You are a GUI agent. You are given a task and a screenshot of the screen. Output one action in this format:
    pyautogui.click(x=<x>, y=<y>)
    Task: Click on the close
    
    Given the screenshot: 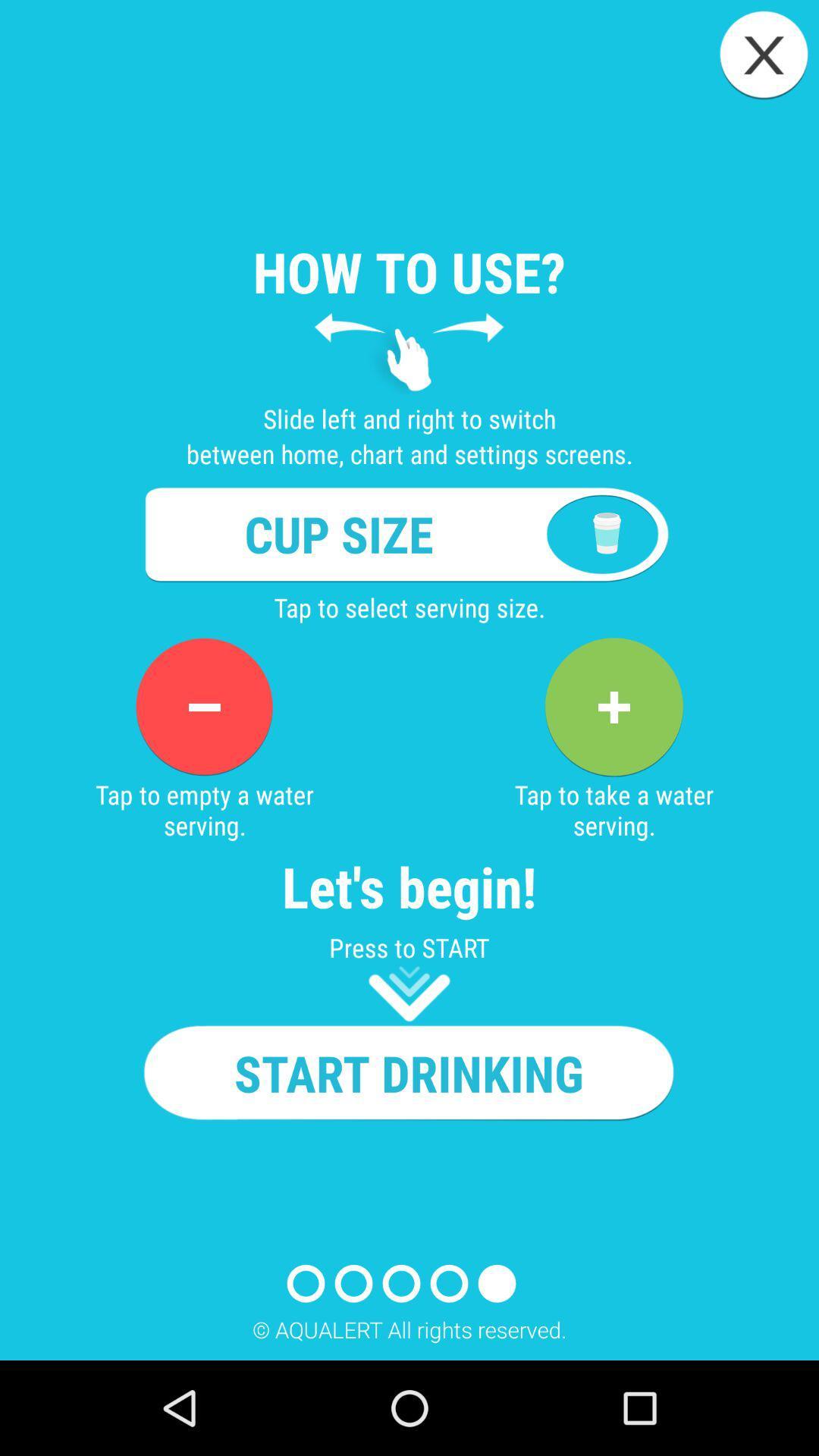 What is the action you would take?
    pyautogui.click(x=764, y=55)
    